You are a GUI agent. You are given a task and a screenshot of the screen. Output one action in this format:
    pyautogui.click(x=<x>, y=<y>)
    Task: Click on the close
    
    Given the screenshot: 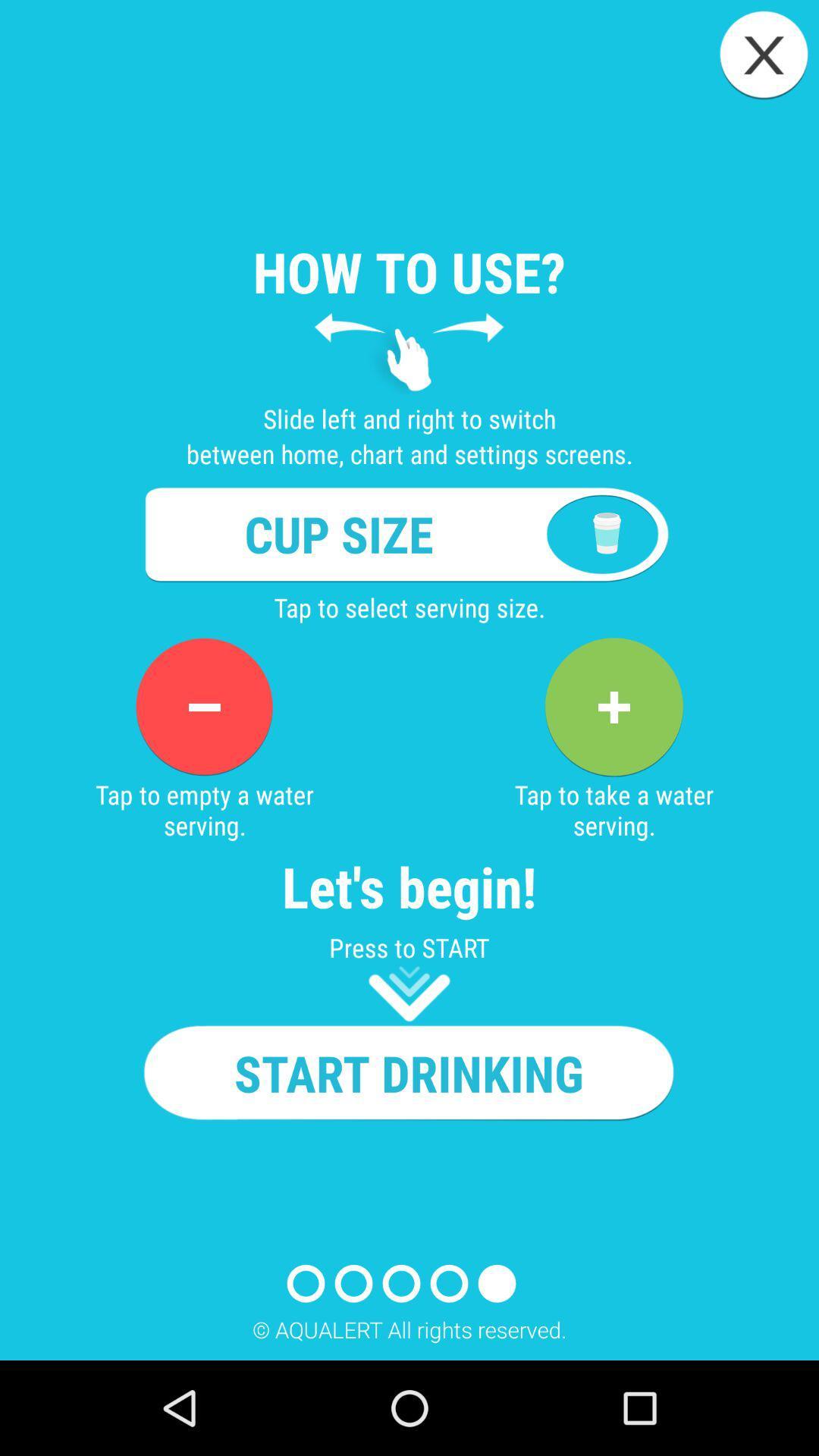 What is the action you would take?
    pyautogui.click(x=764, y=55)
    